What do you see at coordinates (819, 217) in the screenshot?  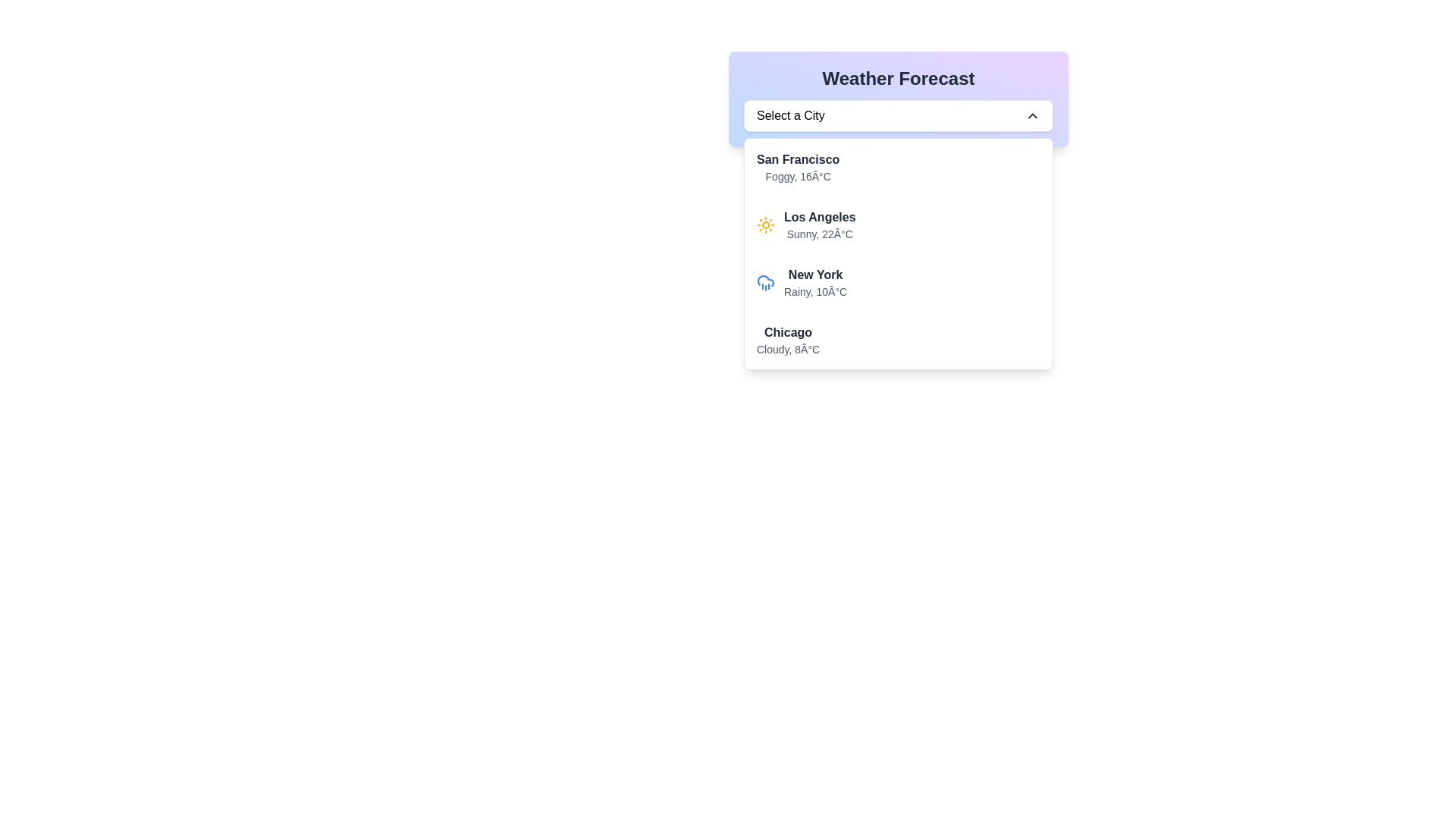 I see `the text label displaying 'Los Angeles' in bold font and dark gray color, positioned at the top part of the second entry in the weather forecast dropdown list` at bounding box center [819, 217].